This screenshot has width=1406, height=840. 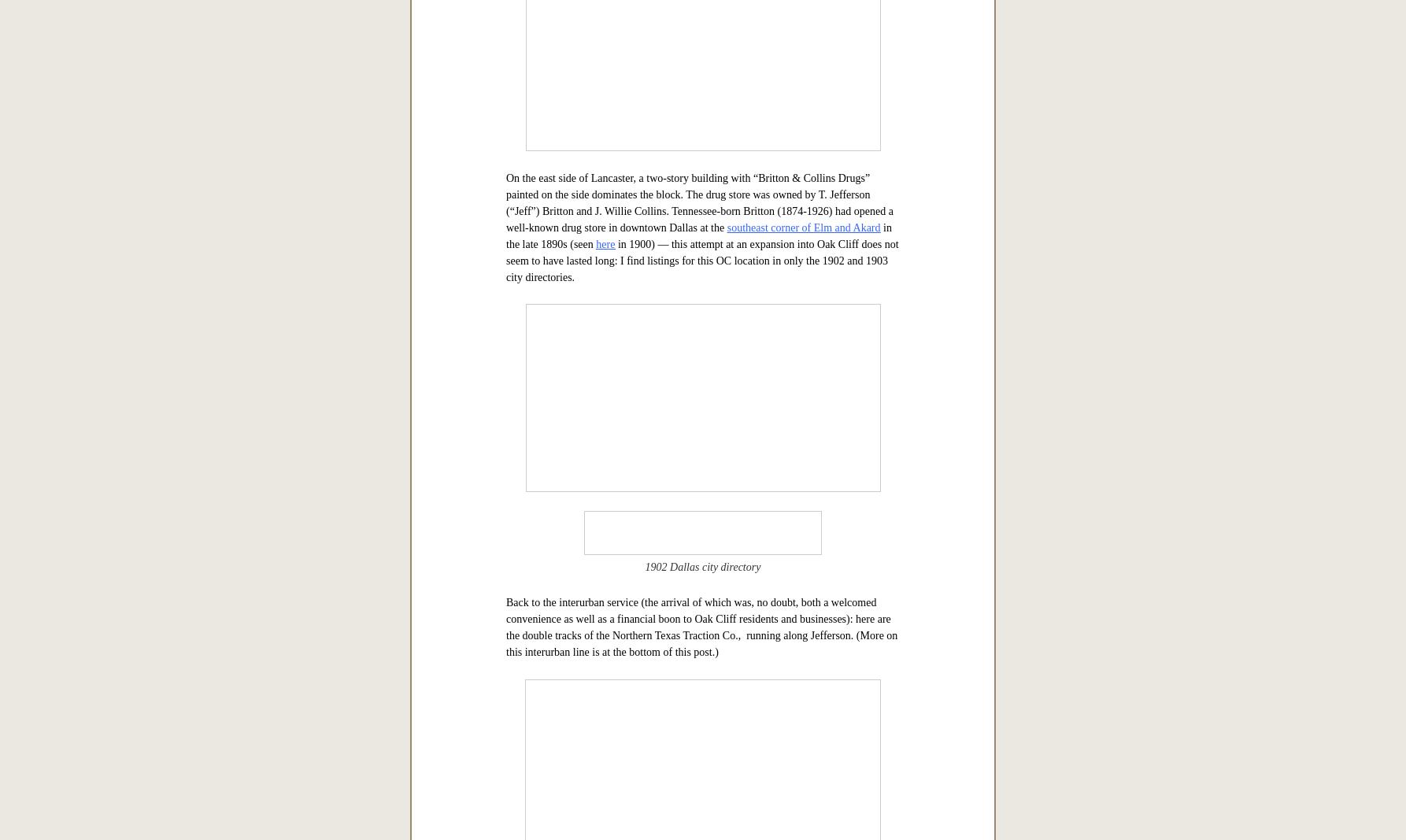 What do you see at coordinates (803, 721) in the screenshot?
I see `'southeast corner of Elm and Akard'` at bounding box center [803, 721].